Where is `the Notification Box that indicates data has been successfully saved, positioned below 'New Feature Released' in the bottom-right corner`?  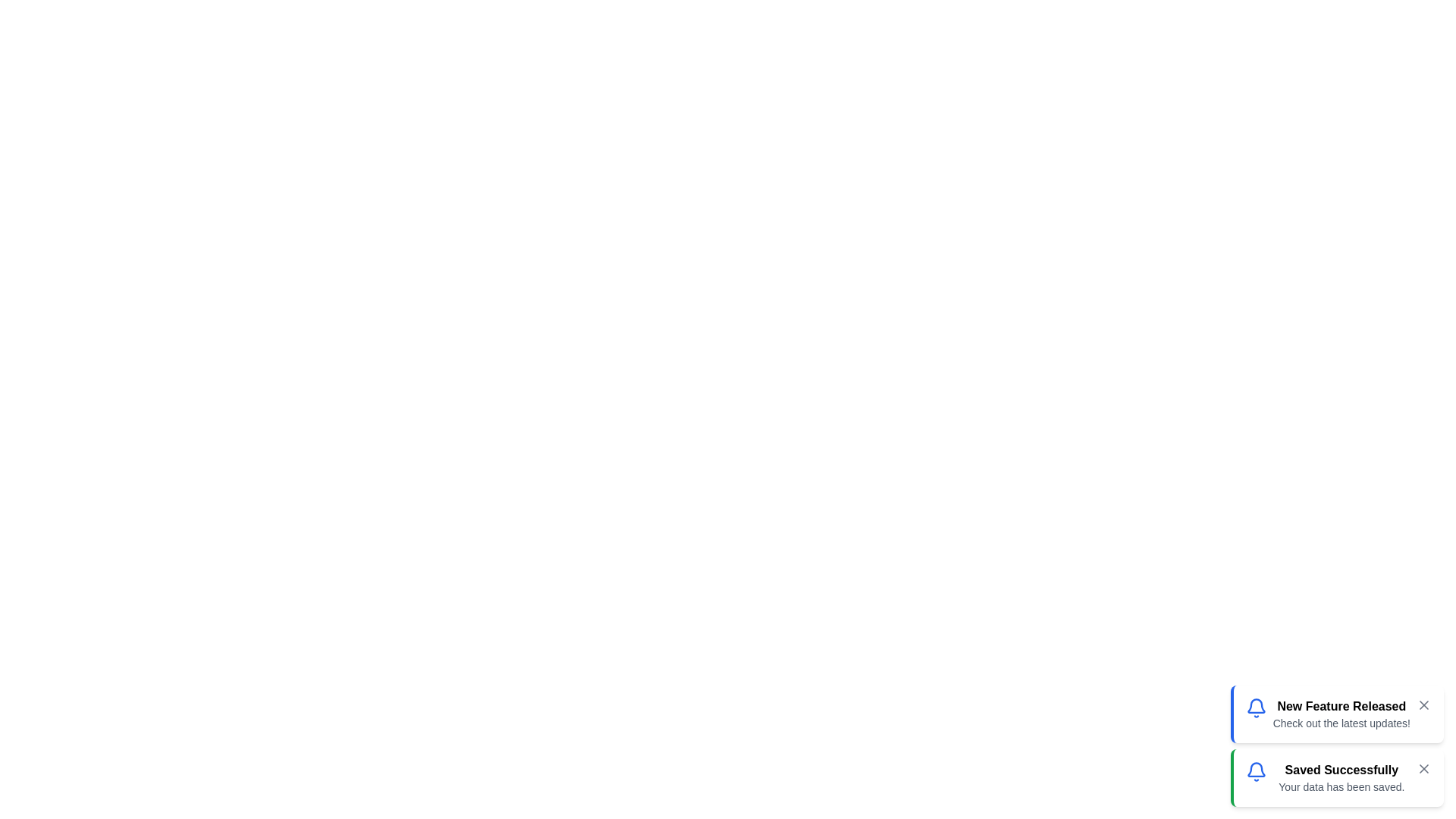
the Notification Box that indicates data has been successfully saved, positioned below 'New Feature Released' in the bottom-right corner is located at coordinates (1337, 778).